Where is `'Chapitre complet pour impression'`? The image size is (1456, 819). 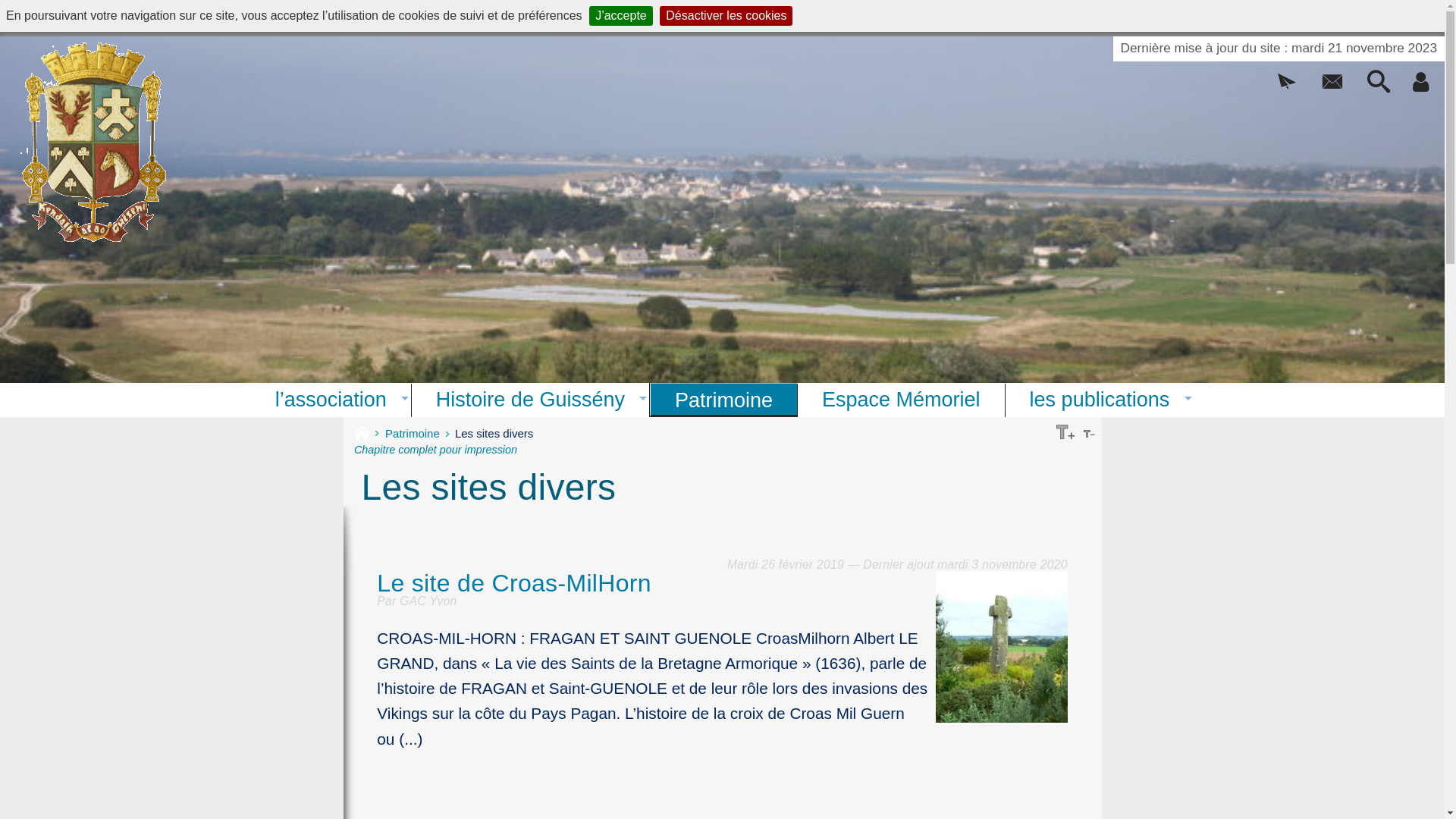 'Chapitre complet pour impression' is located at coordinates (435, 449).